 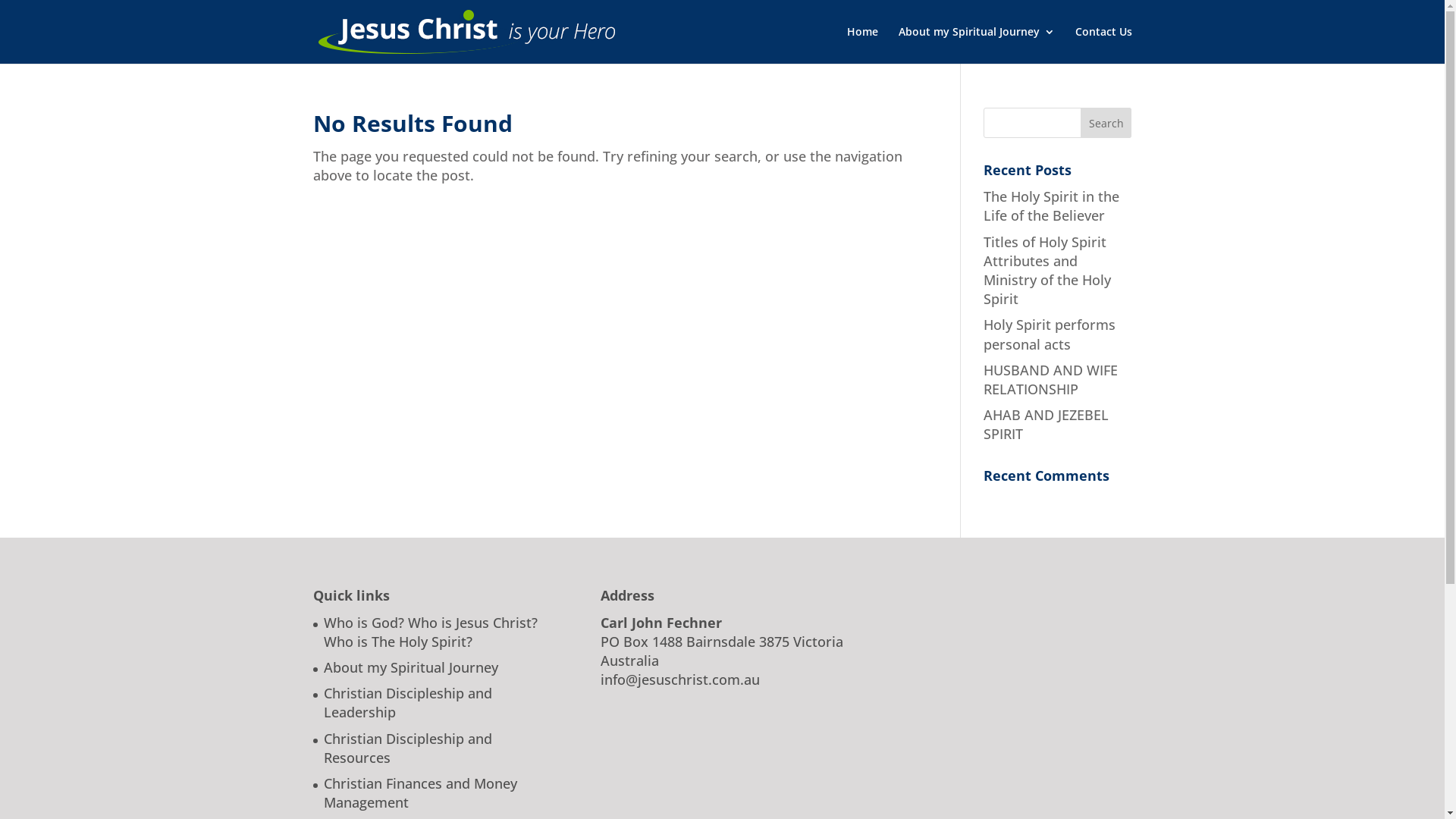 I want to click on 'Christian Discipleship and Resources', so click(x=407, y=747).